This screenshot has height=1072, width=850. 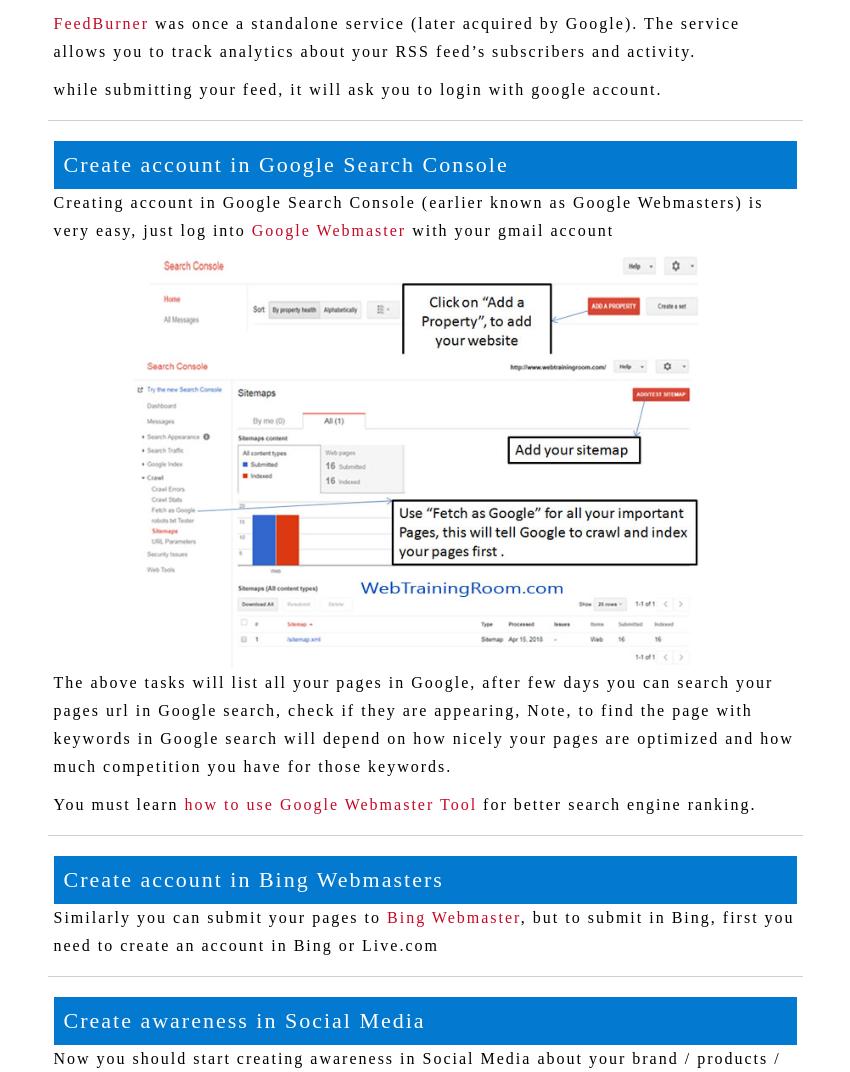 What do you see at coordinates (510, 229) in the screenshot?
I see `'with your gmail account'` at bounding box center [510, 229].